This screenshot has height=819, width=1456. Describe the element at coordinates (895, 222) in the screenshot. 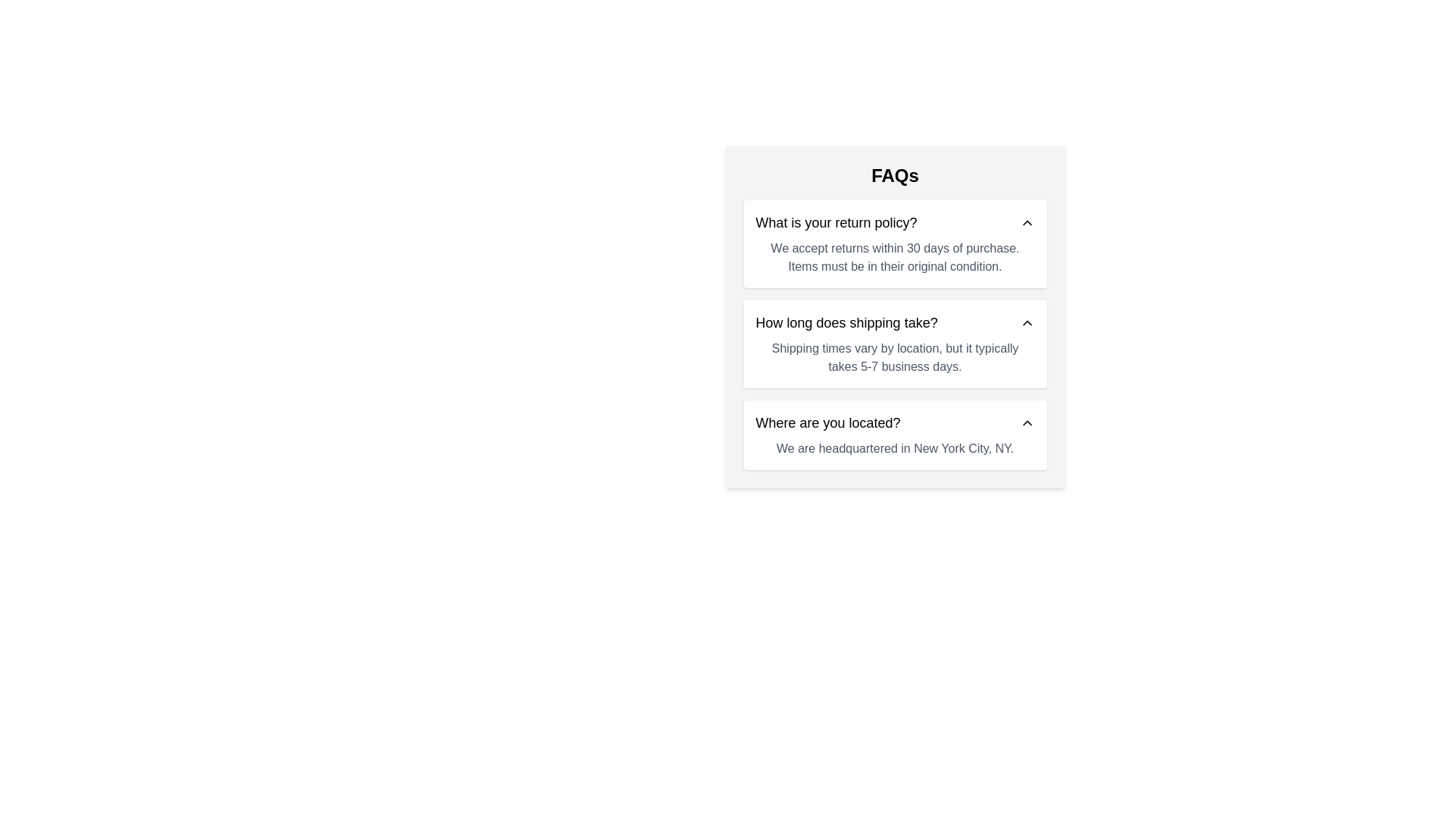

I see `the Collapsible Header that contains the text 'What is your return policy?' with a downward-pointing chevron icon` at that location.